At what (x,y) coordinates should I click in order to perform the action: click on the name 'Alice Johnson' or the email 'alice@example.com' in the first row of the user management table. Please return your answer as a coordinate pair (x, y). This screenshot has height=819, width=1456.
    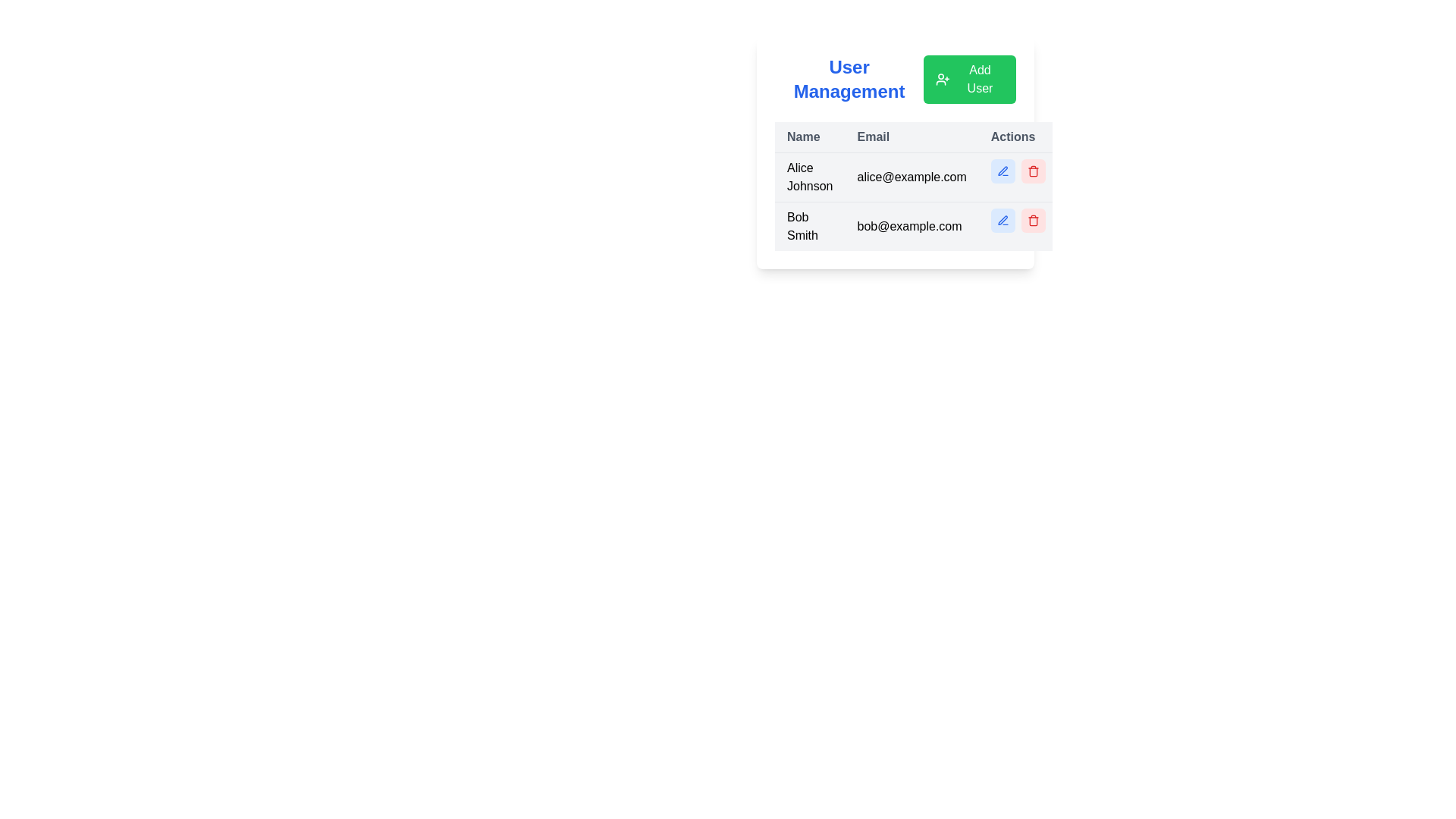
    Looking at the image, I should click on (915, 177).